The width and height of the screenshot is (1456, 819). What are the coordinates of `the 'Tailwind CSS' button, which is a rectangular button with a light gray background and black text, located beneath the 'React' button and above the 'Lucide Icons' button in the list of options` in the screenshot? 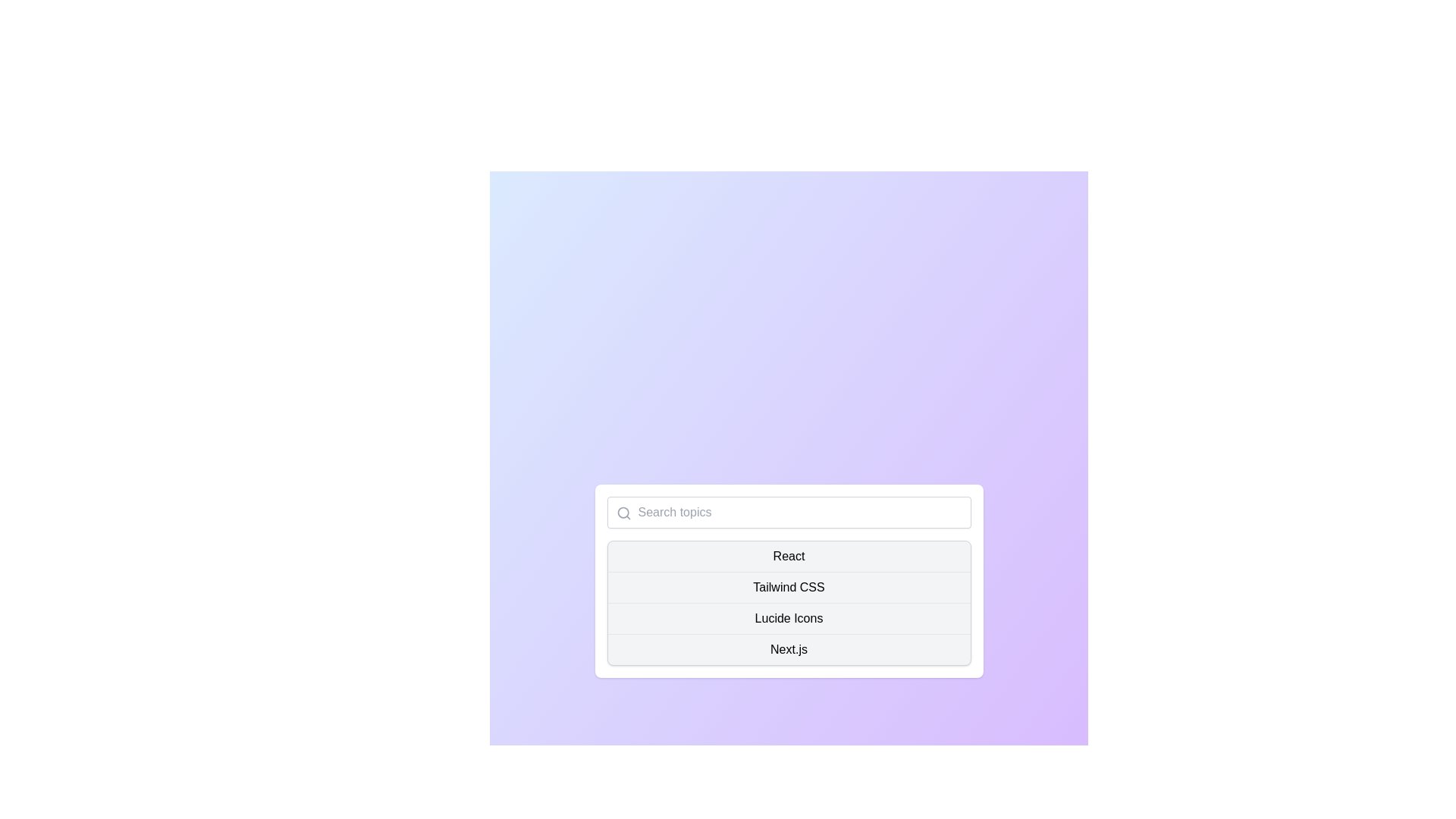 It's located at (789, 586).